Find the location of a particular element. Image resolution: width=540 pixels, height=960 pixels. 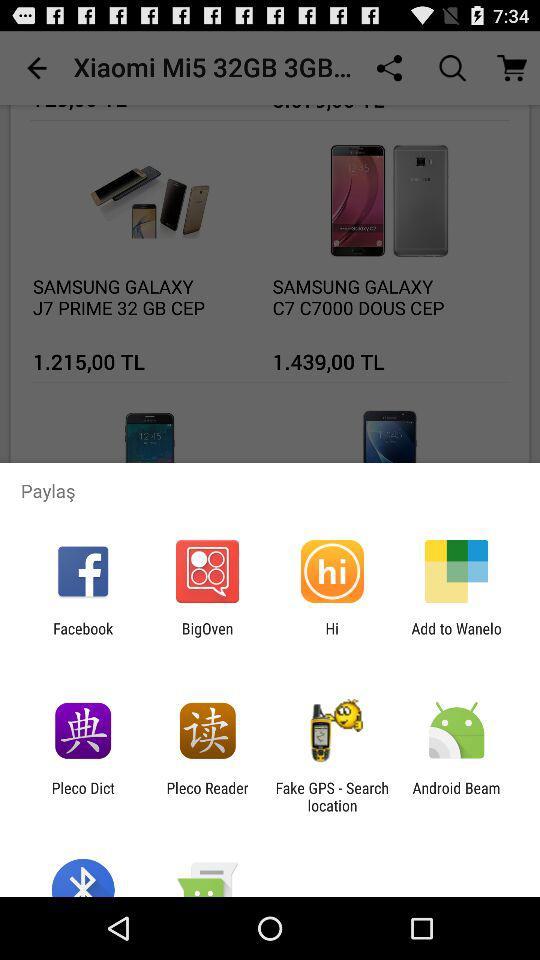

bigoven is located at coordinates (206, 636).